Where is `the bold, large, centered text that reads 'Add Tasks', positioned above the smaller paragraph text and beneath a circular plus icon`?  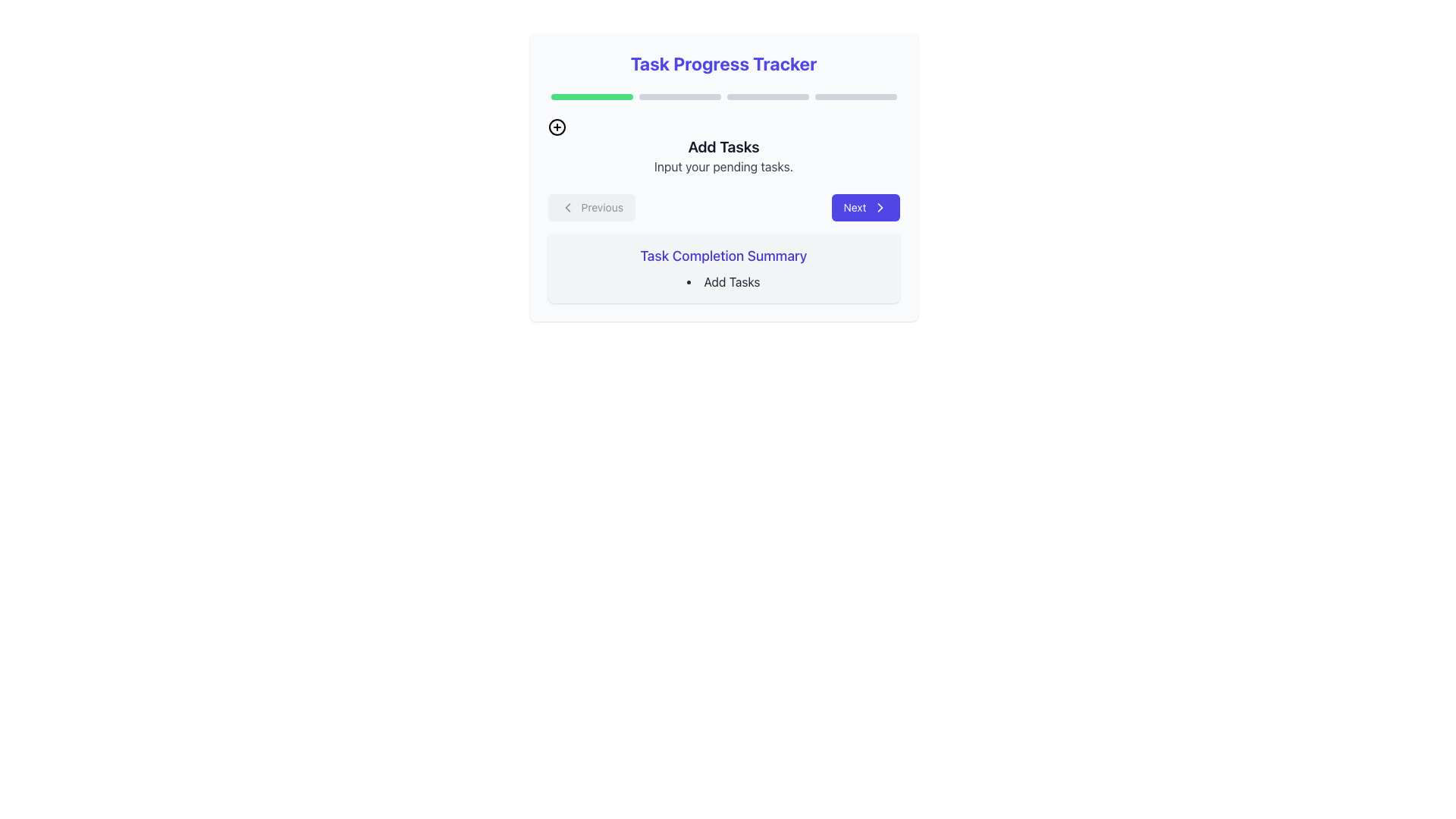
the bold, large, centered text that reads 'Add Tasks', positioned above the smaller paragraph text and beneath a circular plus icon is located at coordinates (723, 146).